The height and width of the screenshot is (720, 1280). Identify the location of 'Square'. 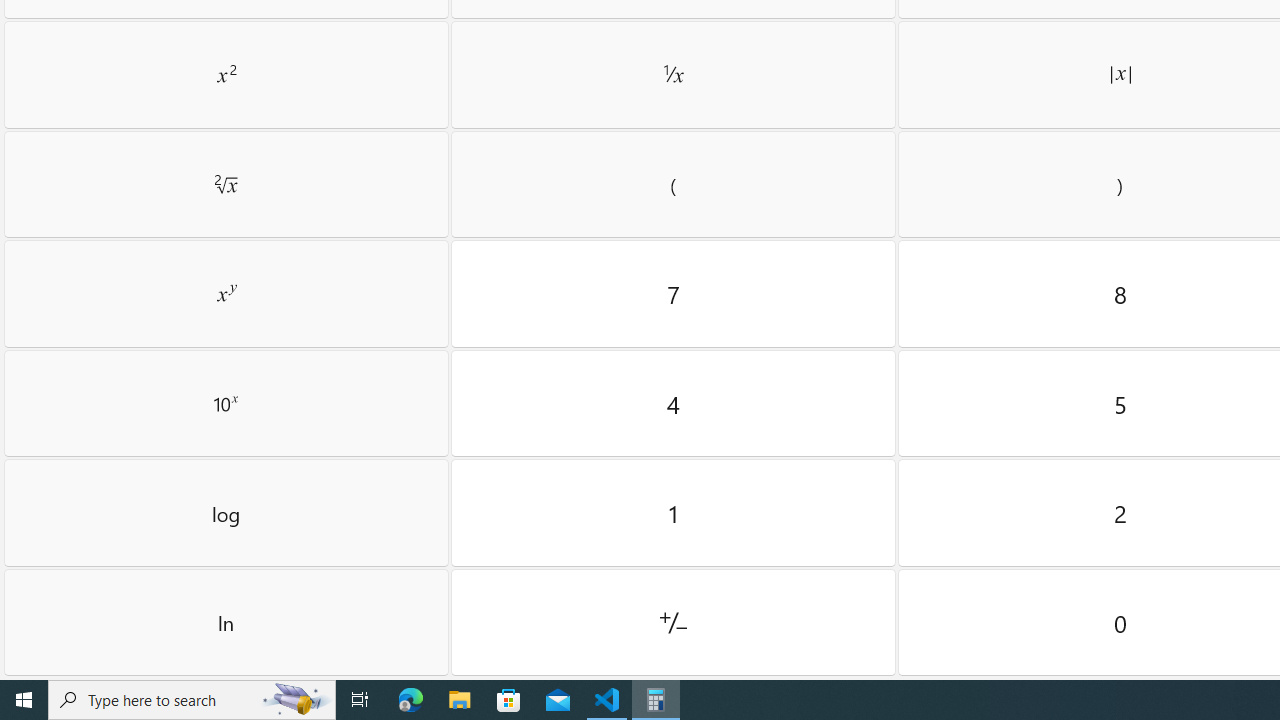
(226, 73).